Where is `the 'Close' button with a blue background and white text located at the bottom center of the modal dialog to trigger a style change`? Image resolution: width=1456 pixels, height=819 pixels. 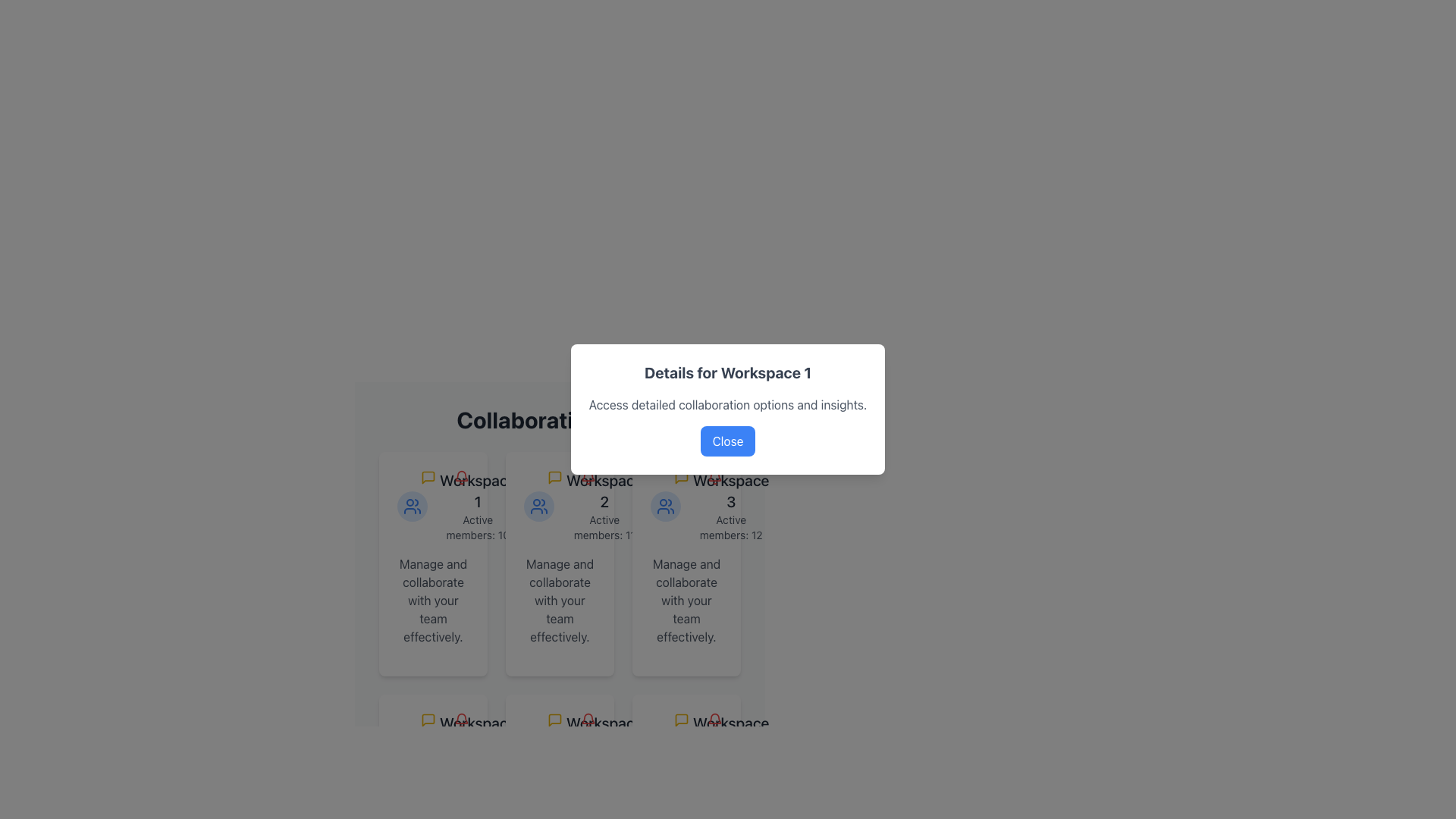
the 'Close' button with a blue background and white text located at the bottom center of the modal dialog to trigger a style change is located at coordinates (728, 441).